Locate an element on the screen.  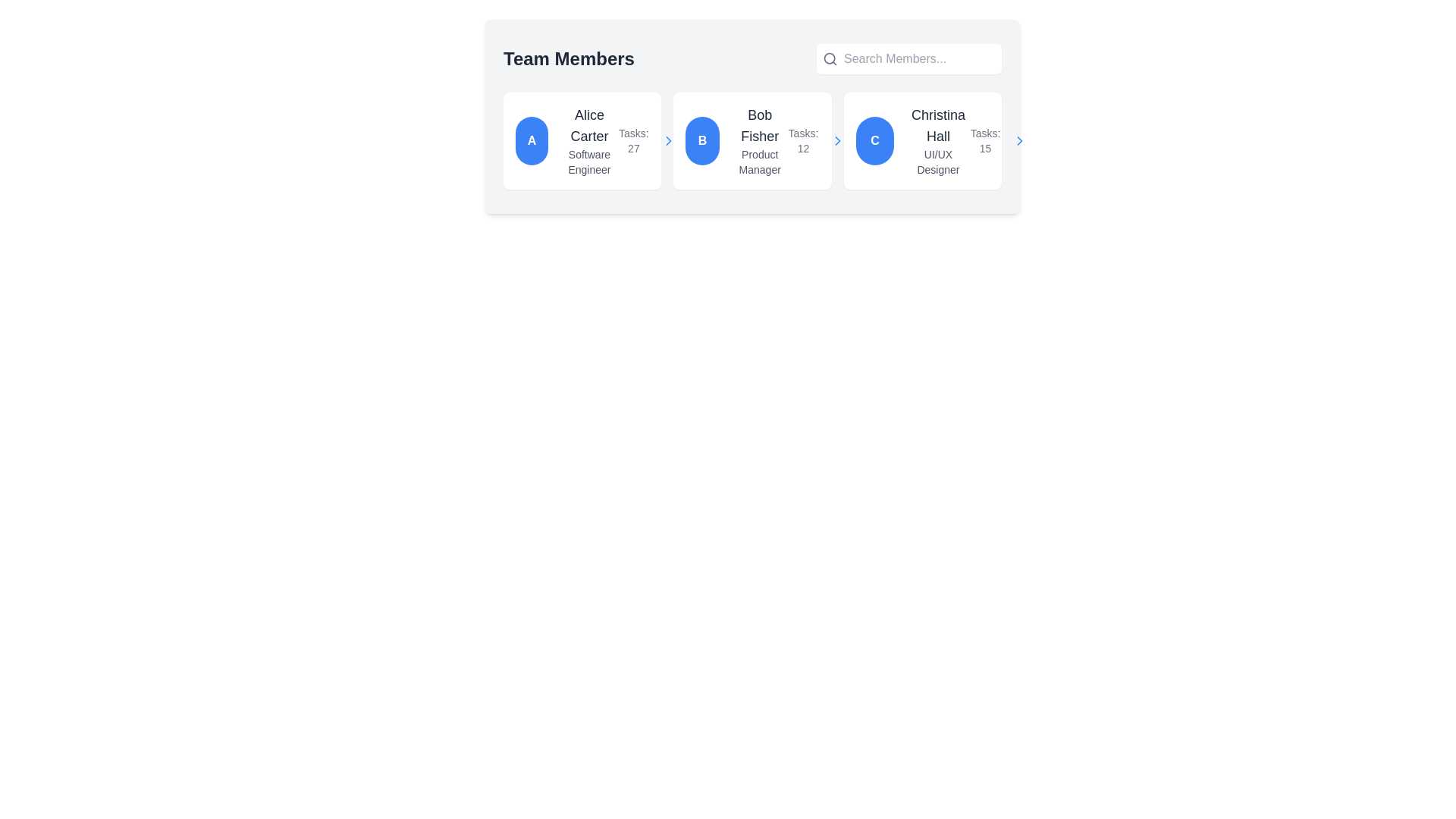
the Avatar Badge, which is a circular badge with a blue background and a white bold letter 'B', located under the 'Team Members' section in Bob Fisher's profile card is located at coordinates (701, 140).